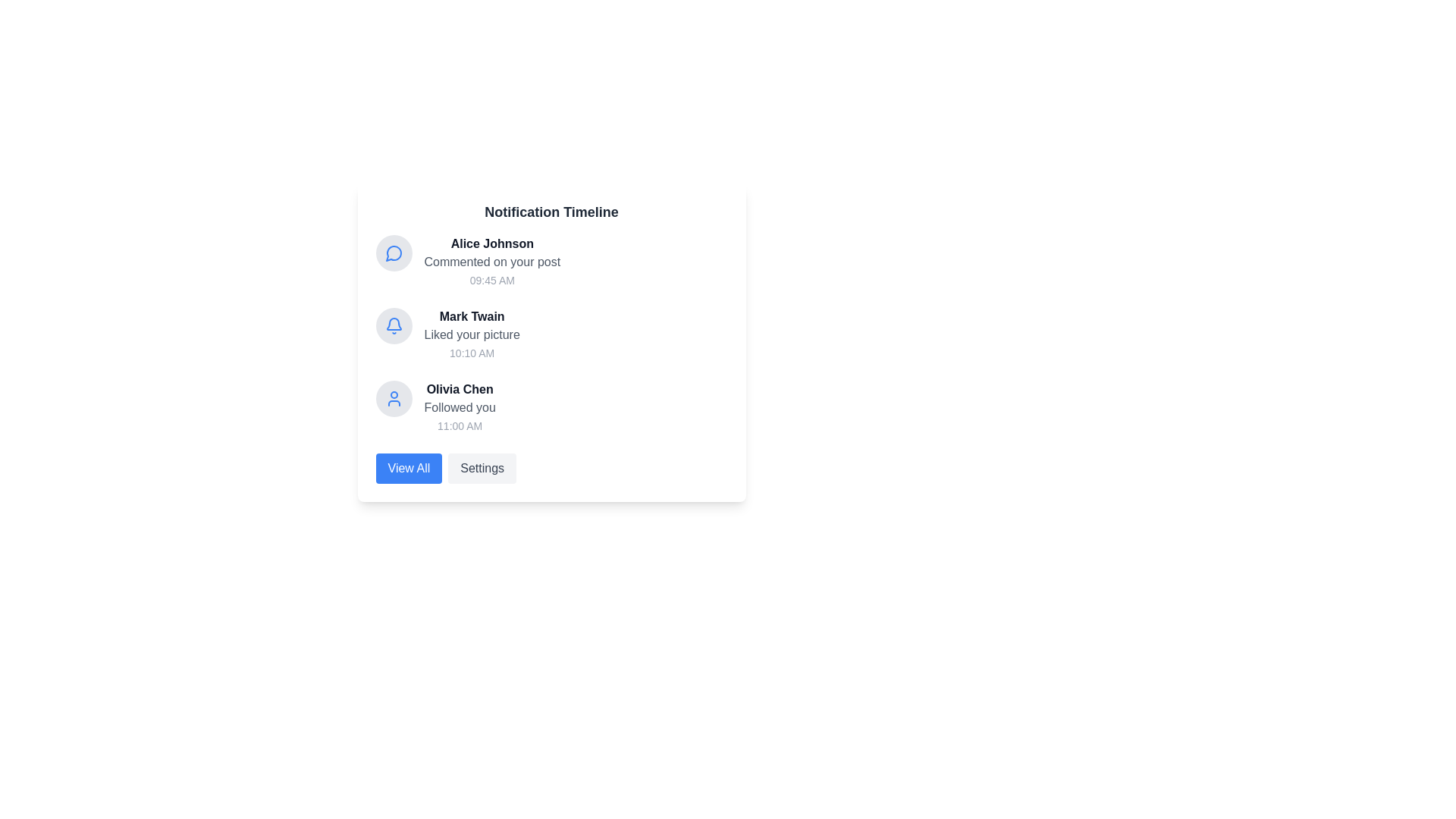 The image size is (1456, 819). I want to click on the circular user profile icon with a light gray background and blue profile illustration, located in the third notification item next to 'Olivia Chen Followed you 11:00 AM', so click(394, 397).